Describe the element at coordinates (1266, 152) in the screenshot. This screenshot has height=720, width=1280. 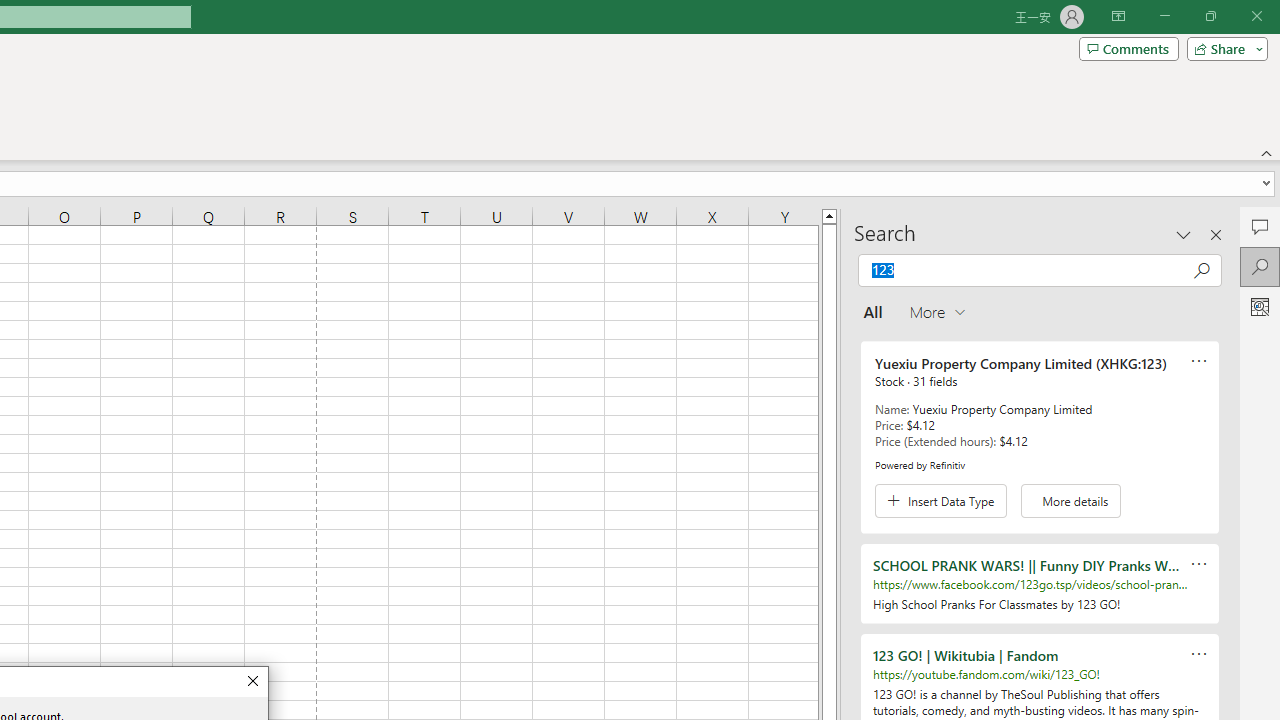
I see `'Collapse the Ribbon'` at that location.